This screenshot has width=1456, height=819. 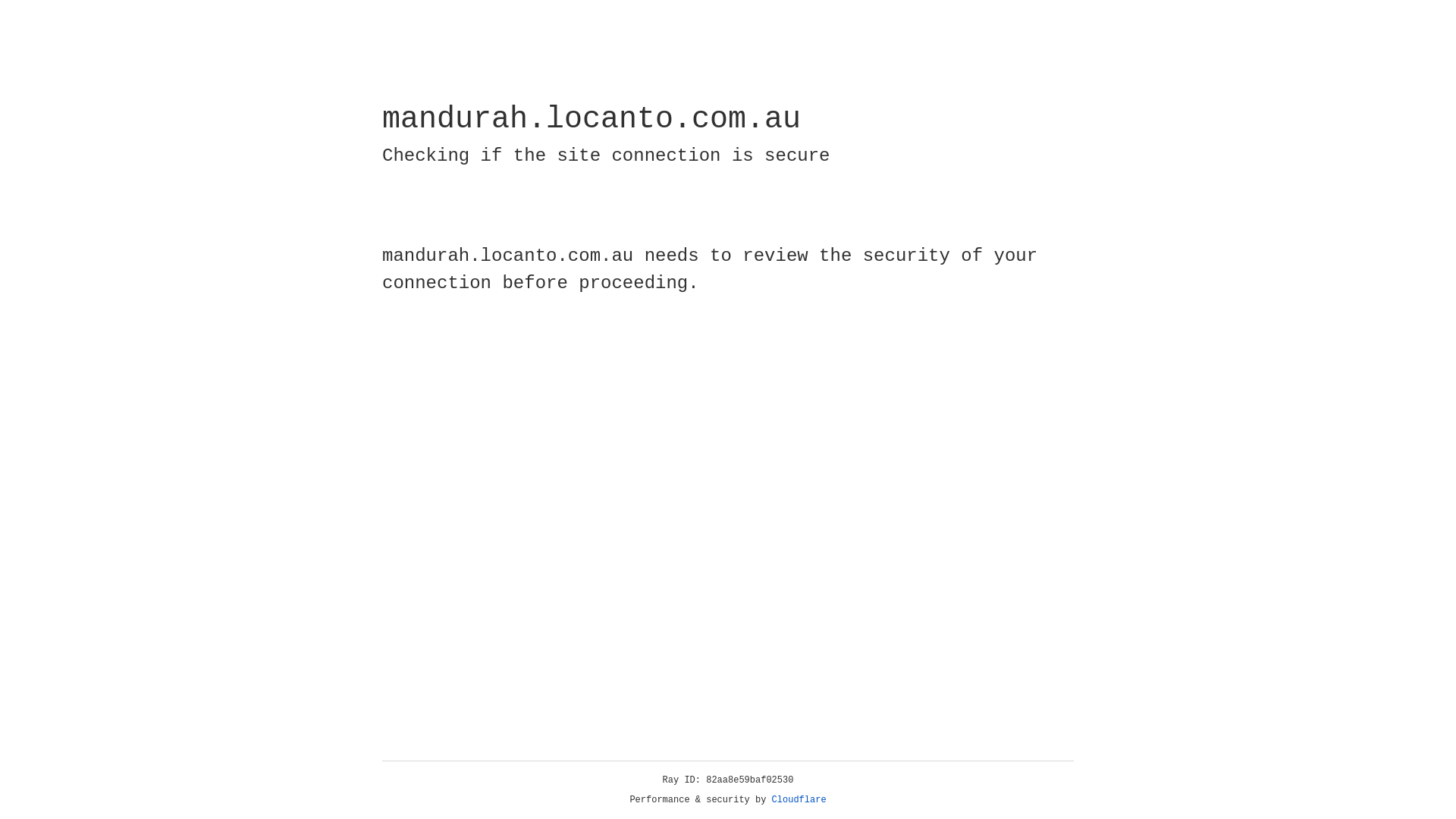 What do you see at coordinates (799, 799) in the screenshot?
I see `'Cloudflare'` at bounding box center [799, 799].